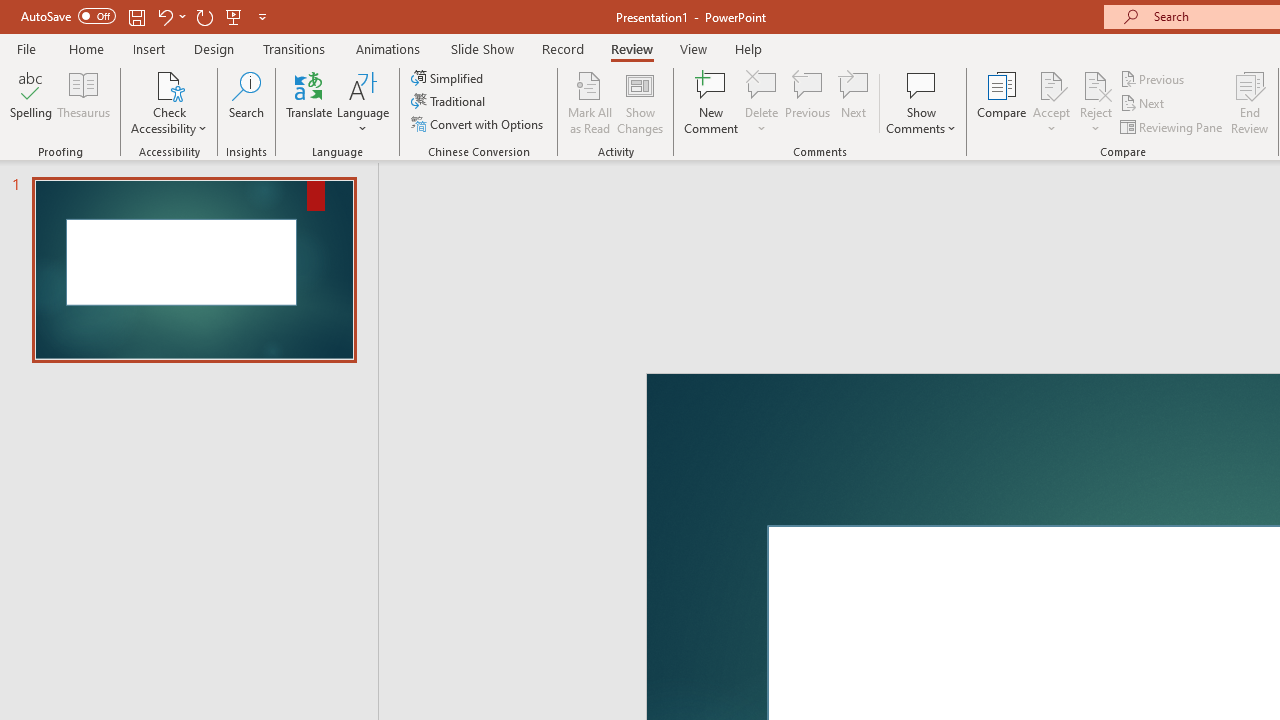  What do you see at coordinates (169, 103) in the screenshot?
I see `'Check Accessibility'` at bounding box center [169, 103].